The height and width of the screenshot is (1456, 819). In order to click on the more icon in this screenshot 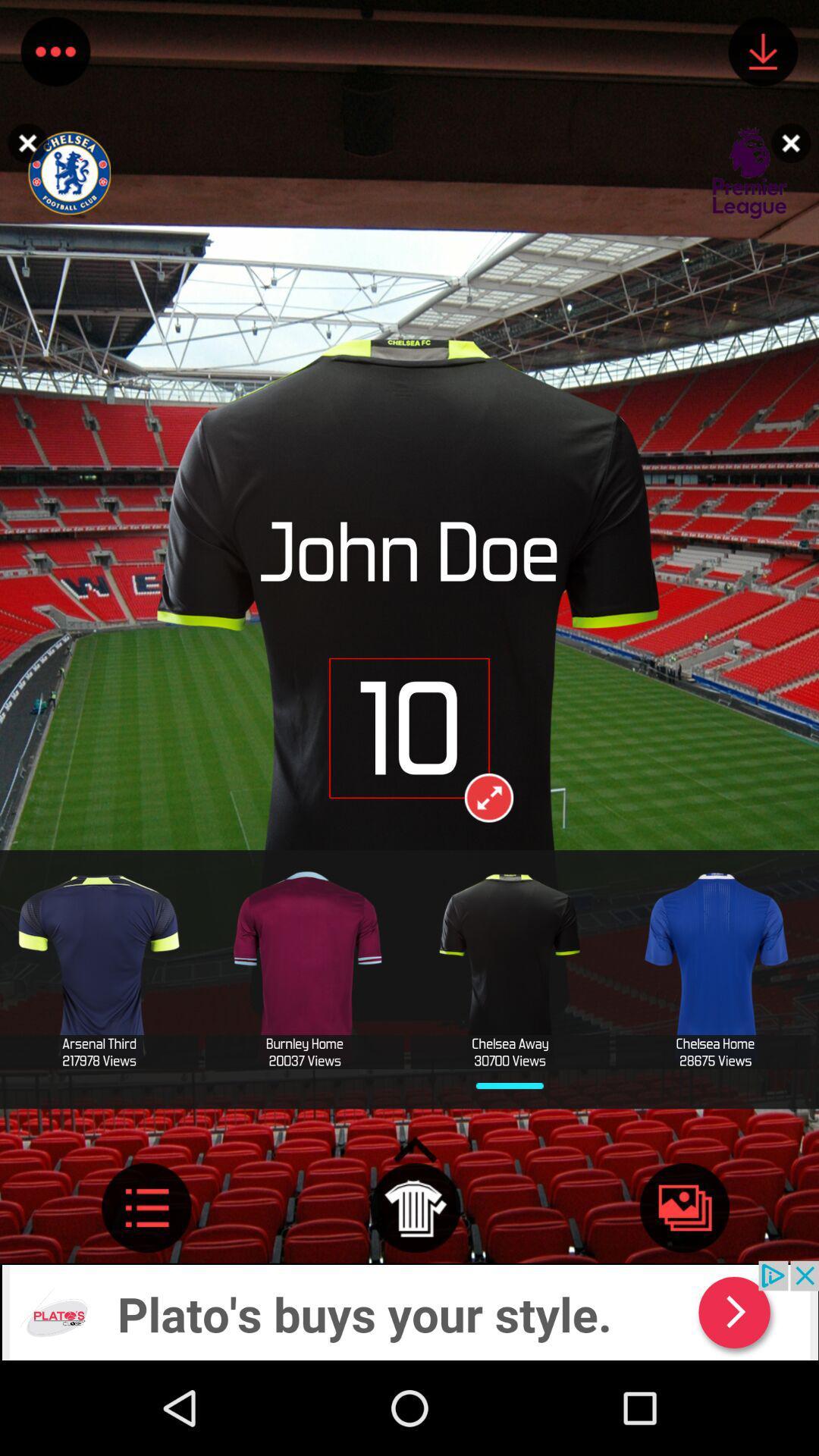, I will do `click(55, 55)`.